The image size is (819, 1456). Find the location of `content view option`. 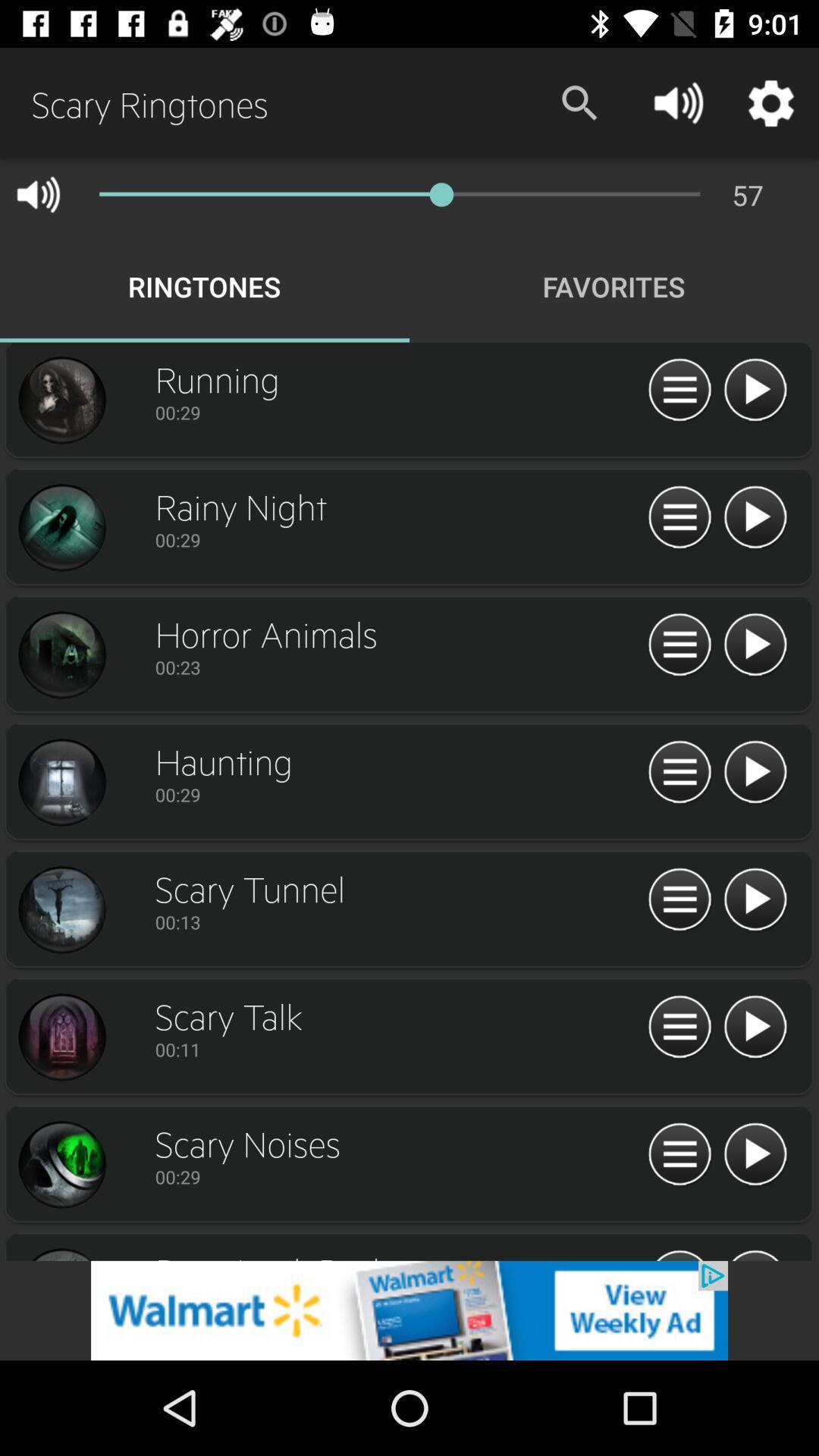

content view option is located at coordinates (679, 391).